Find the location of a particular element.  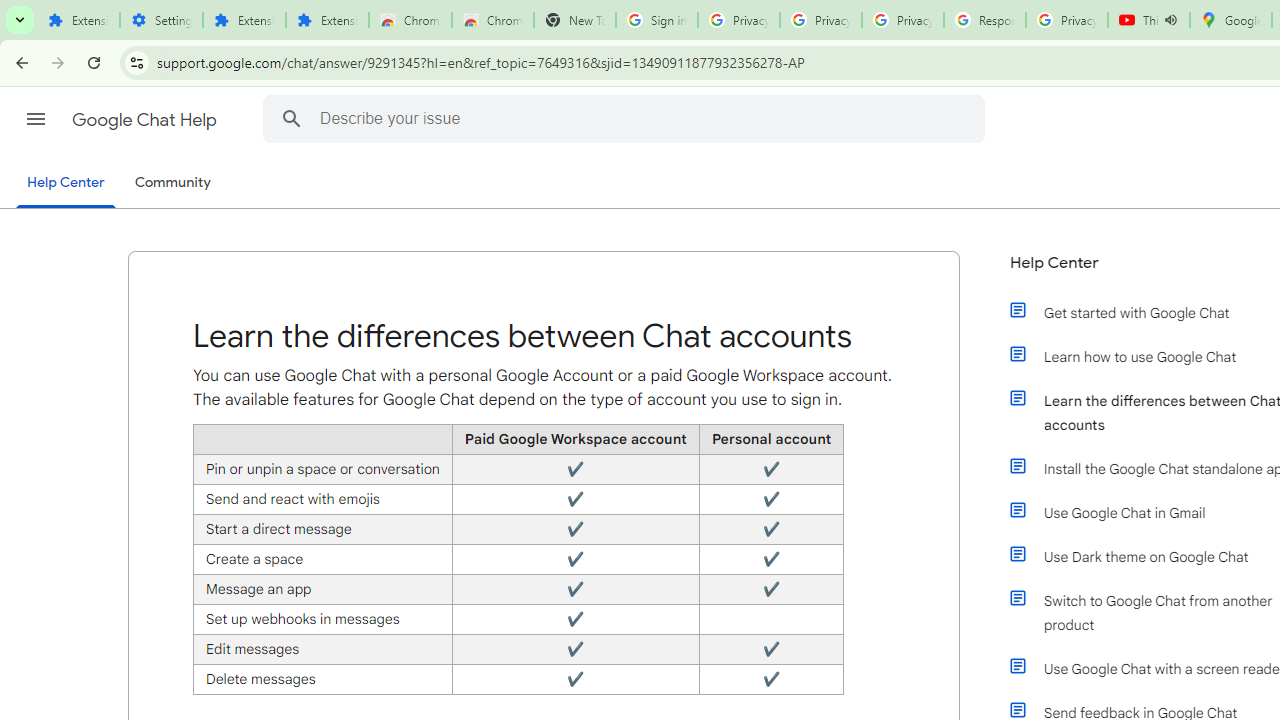

'Help Center' is located at coordinates (65, 183).